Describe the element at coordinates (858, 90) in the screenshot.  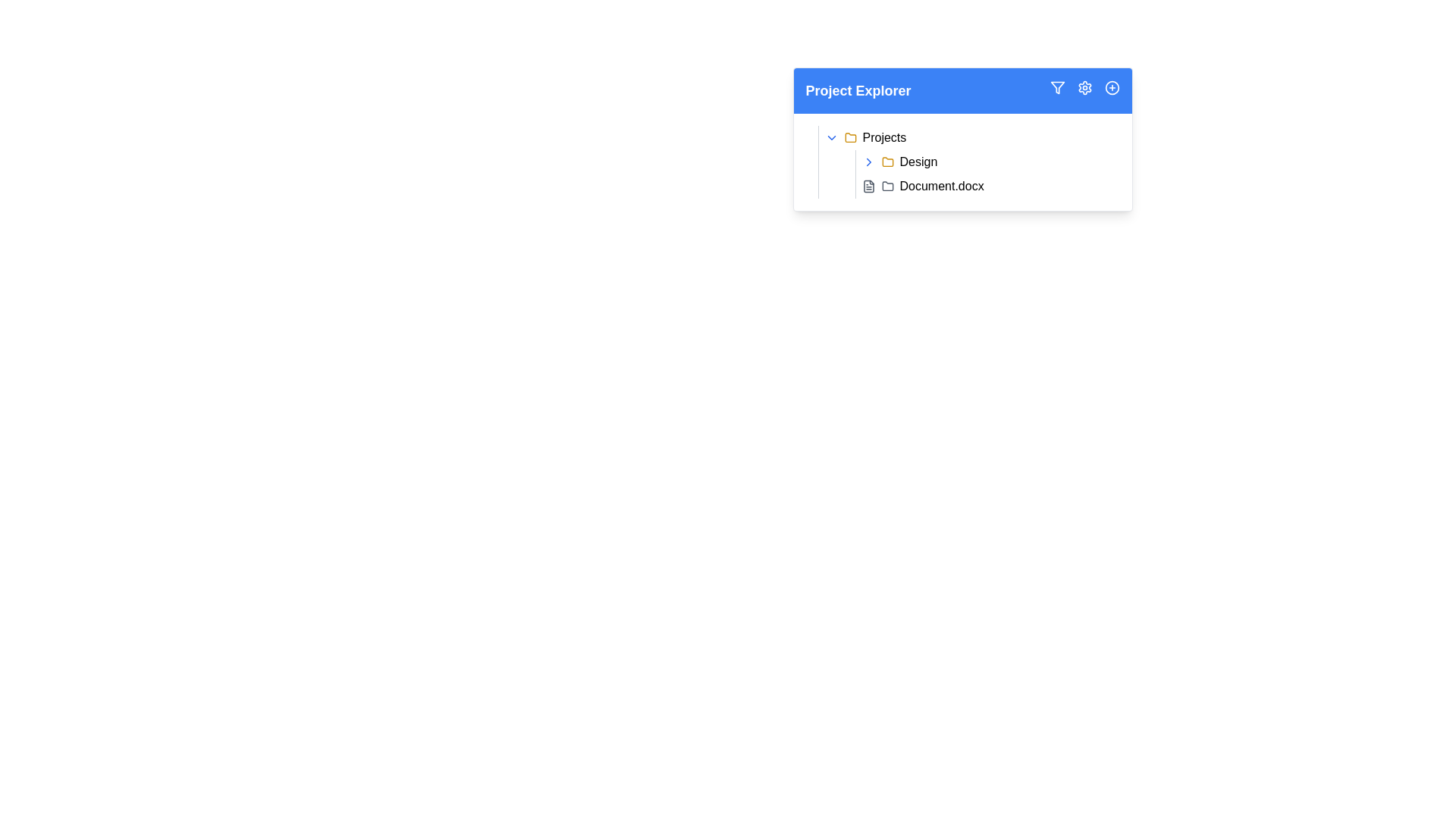
I see `the bold textual header labeled 'Project Explorer' located at the top middle of the blue header bar` at that location.